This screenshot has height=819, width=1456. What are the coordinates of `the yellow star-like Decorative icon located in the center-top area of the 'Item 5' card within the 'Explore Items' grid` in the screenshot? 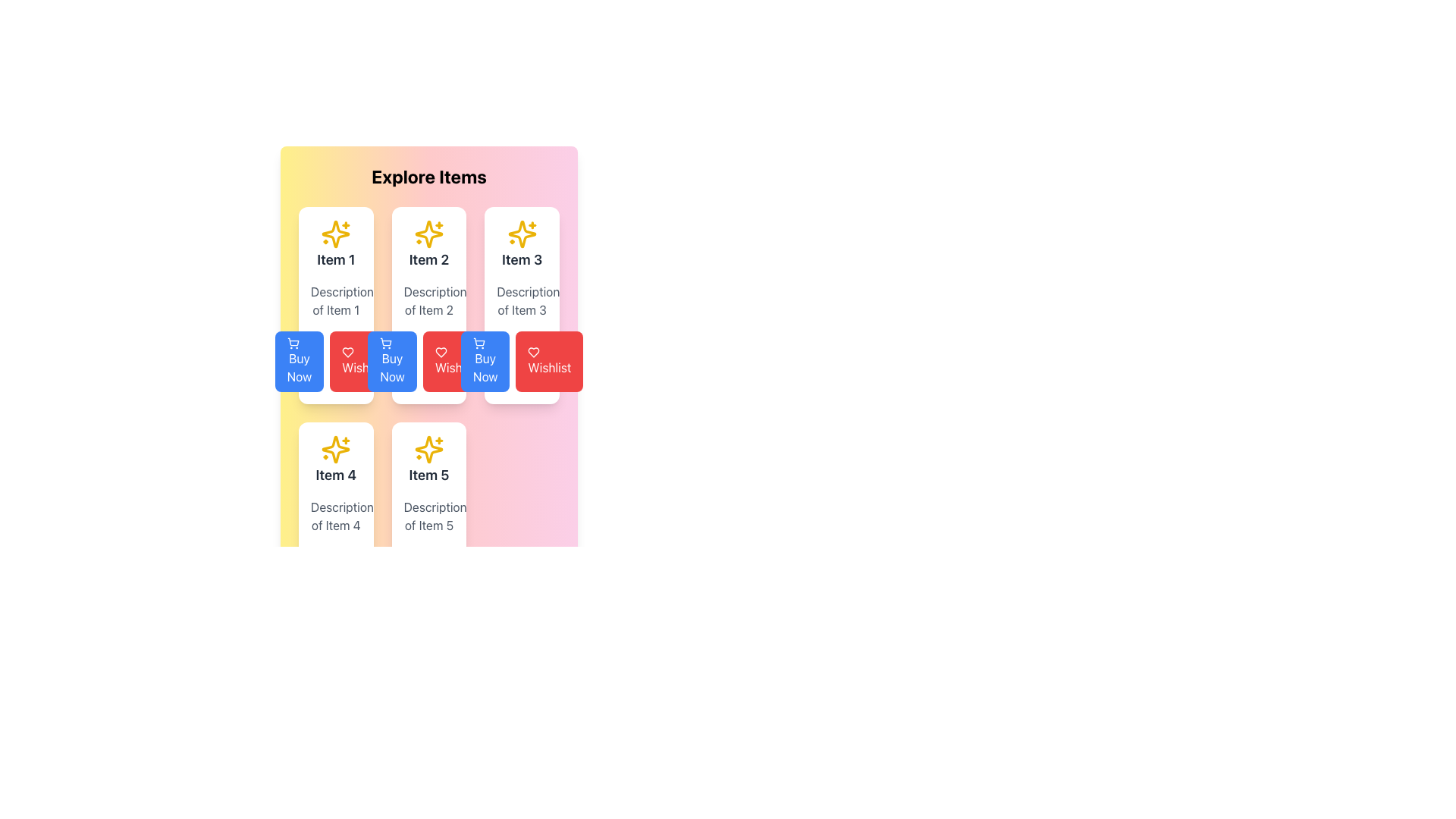 It's located at (428, 449).